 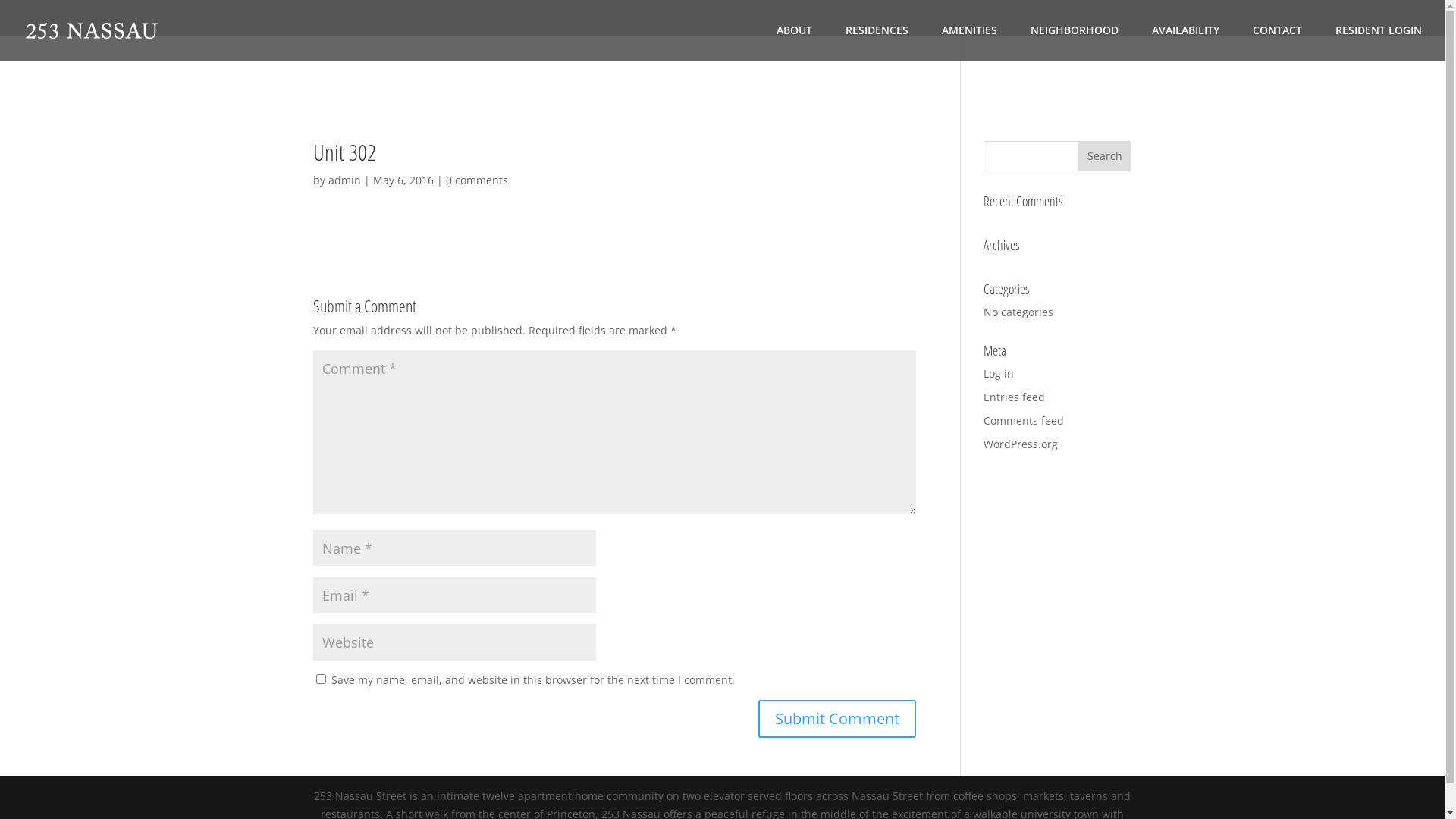 What do you see at coordinates (1276, 42) in the screenshot?
I see `'CONTACT'` at bounding box center [1276, 42].